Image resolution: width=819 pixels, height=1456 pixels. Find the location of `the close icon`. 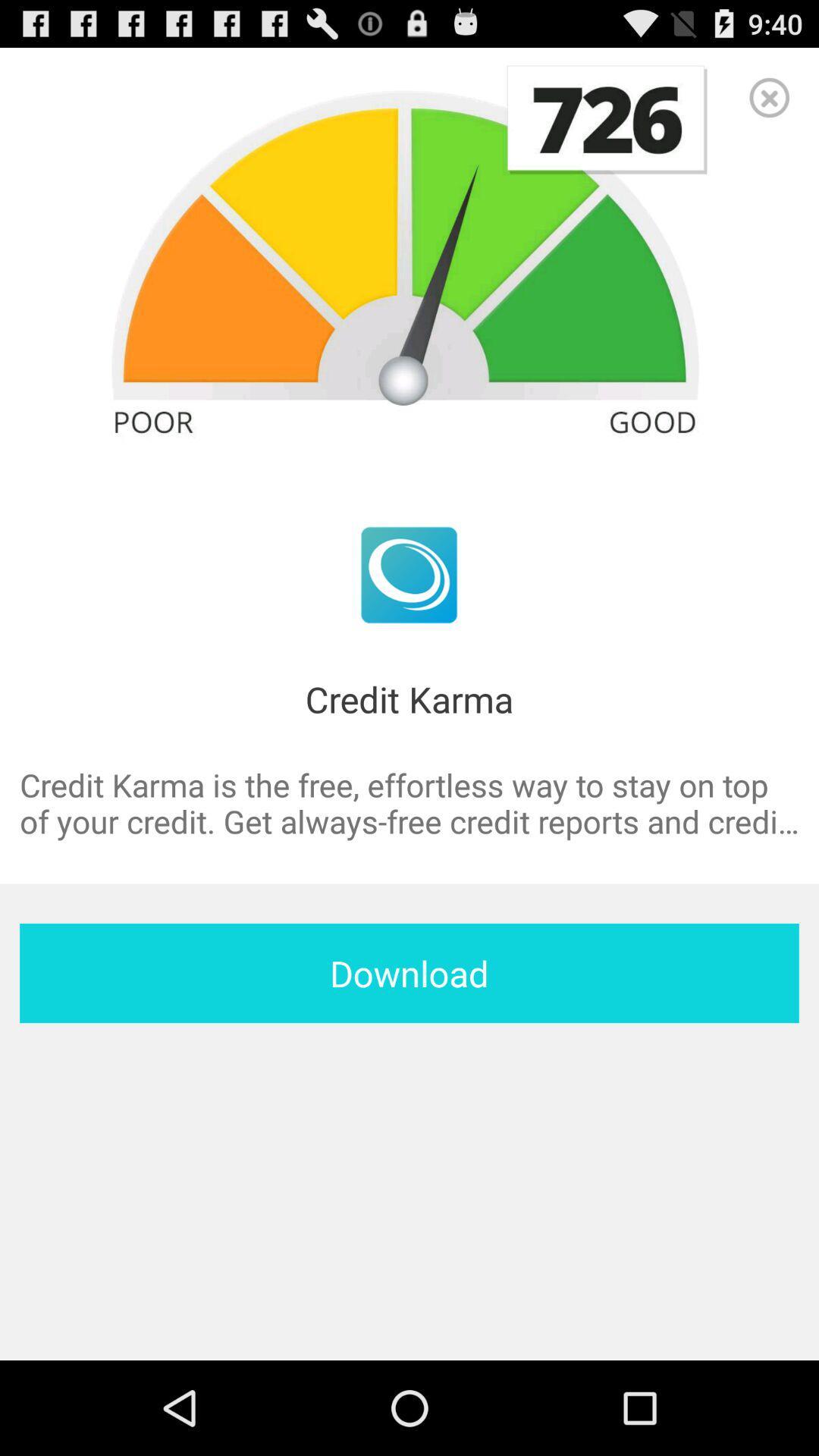

the close icon is located at coordinates (769, 103).